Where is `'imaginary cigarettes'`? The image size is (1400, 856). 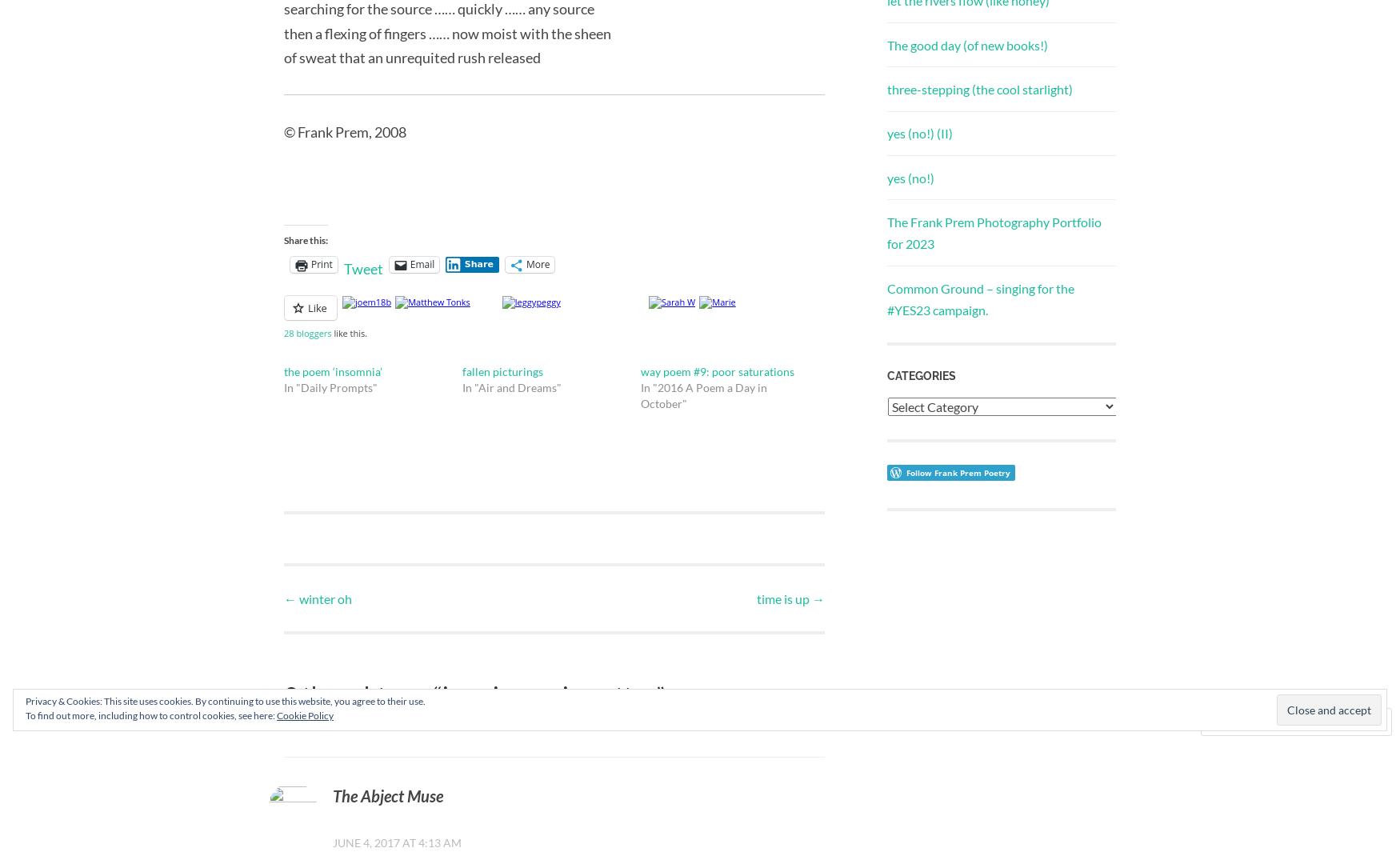
'imaginary cigarettes' is located at coordinates (548, 694).